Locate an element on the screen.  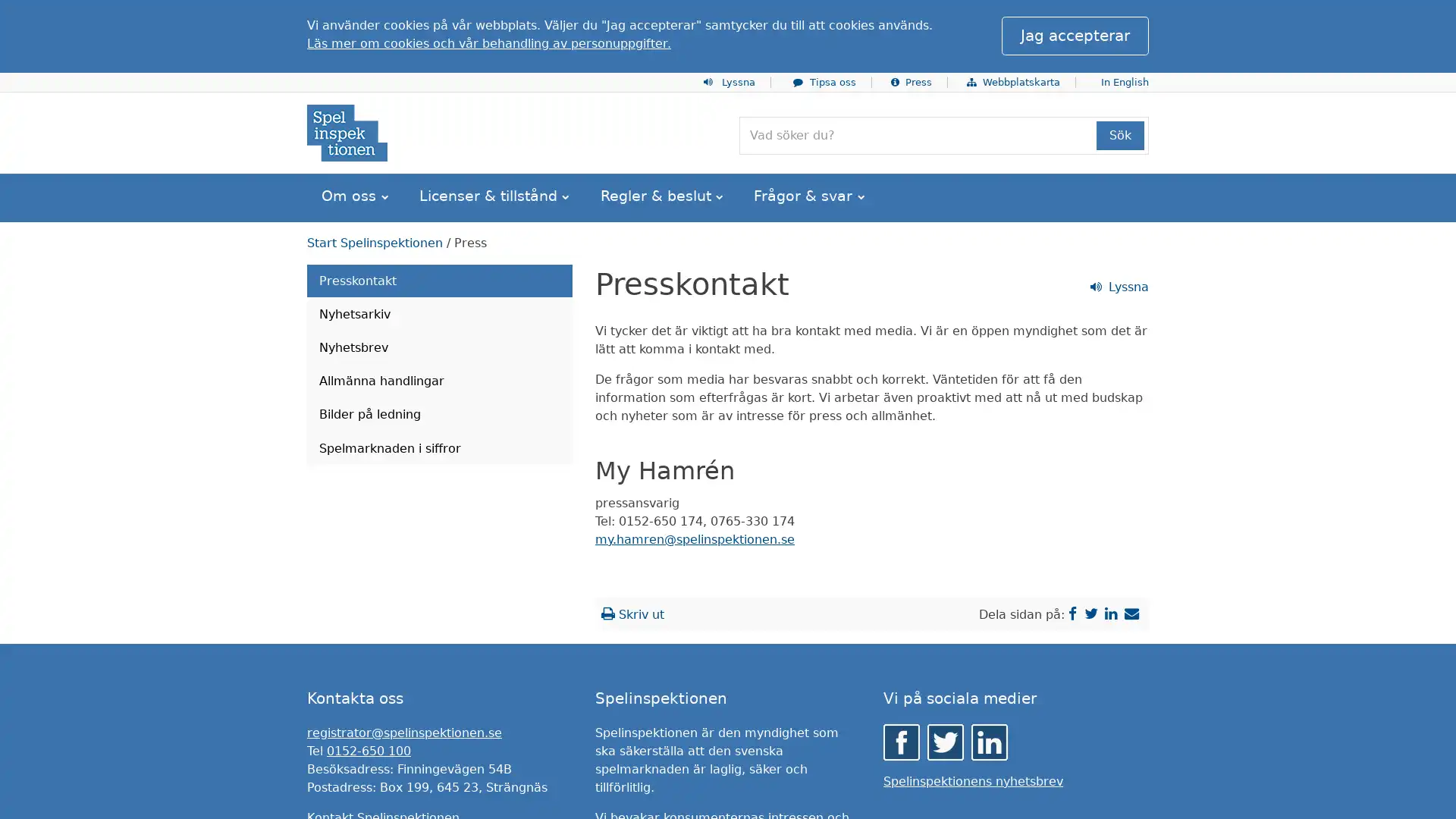
ReadSpeaker webReader: Lyssna med webReader is located at coordinates (366, 283).